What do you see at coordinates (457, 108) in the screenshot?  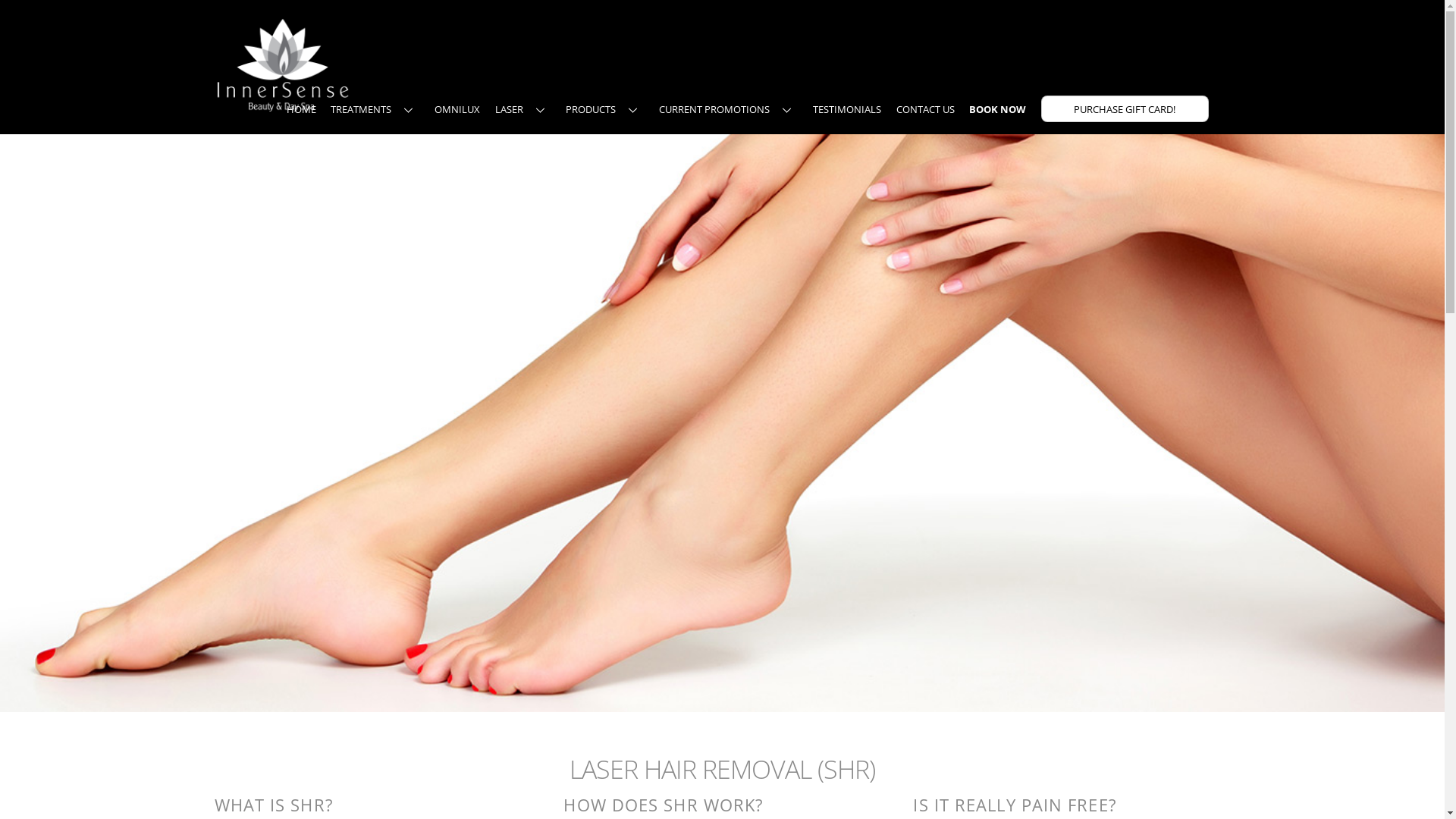 I see `'OMNILUX'` at bounding box center [457, 108].